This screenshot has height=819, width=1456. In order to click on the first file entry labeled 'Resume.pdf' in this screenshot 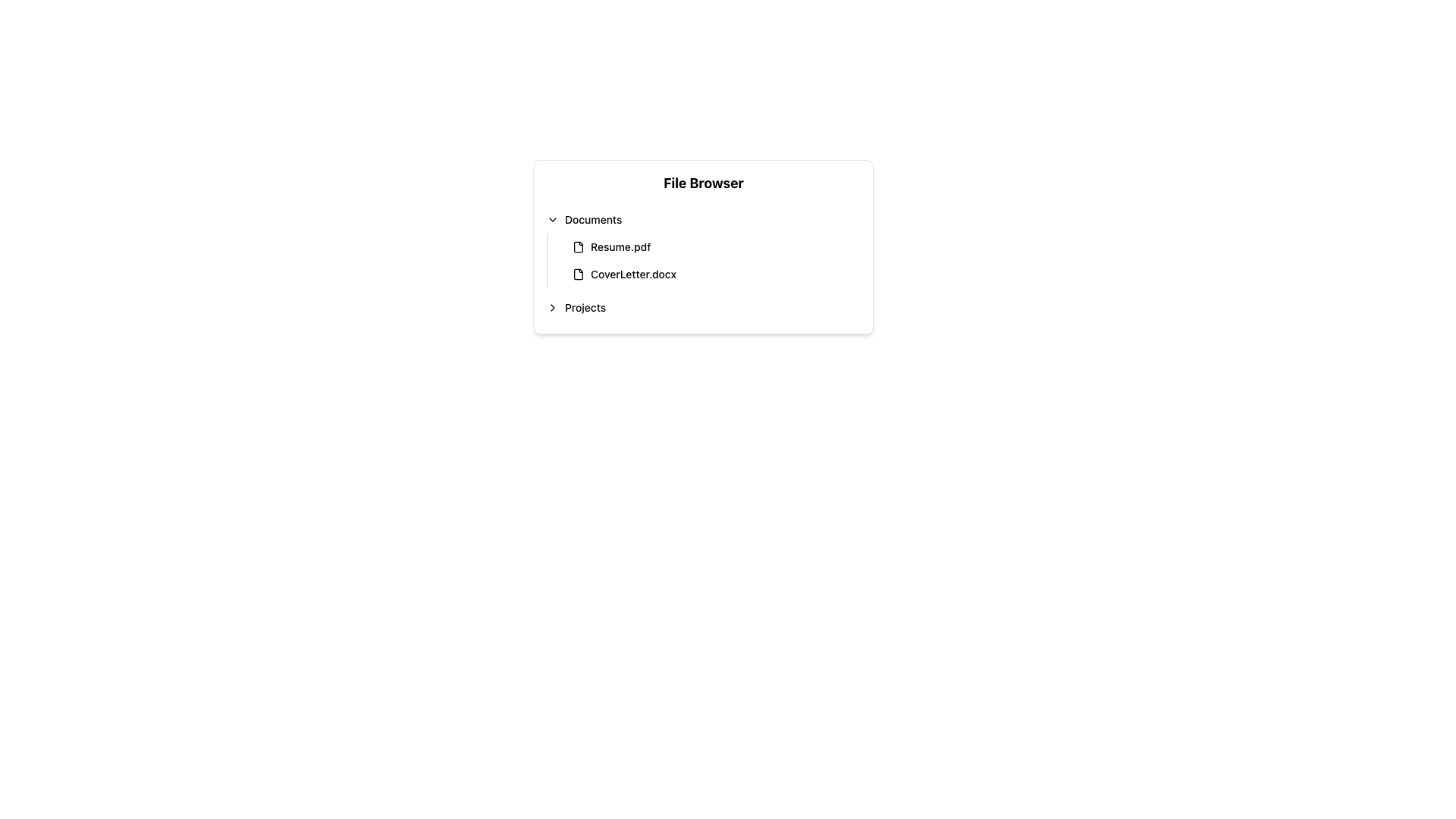, I will do `click(709, 246)`.